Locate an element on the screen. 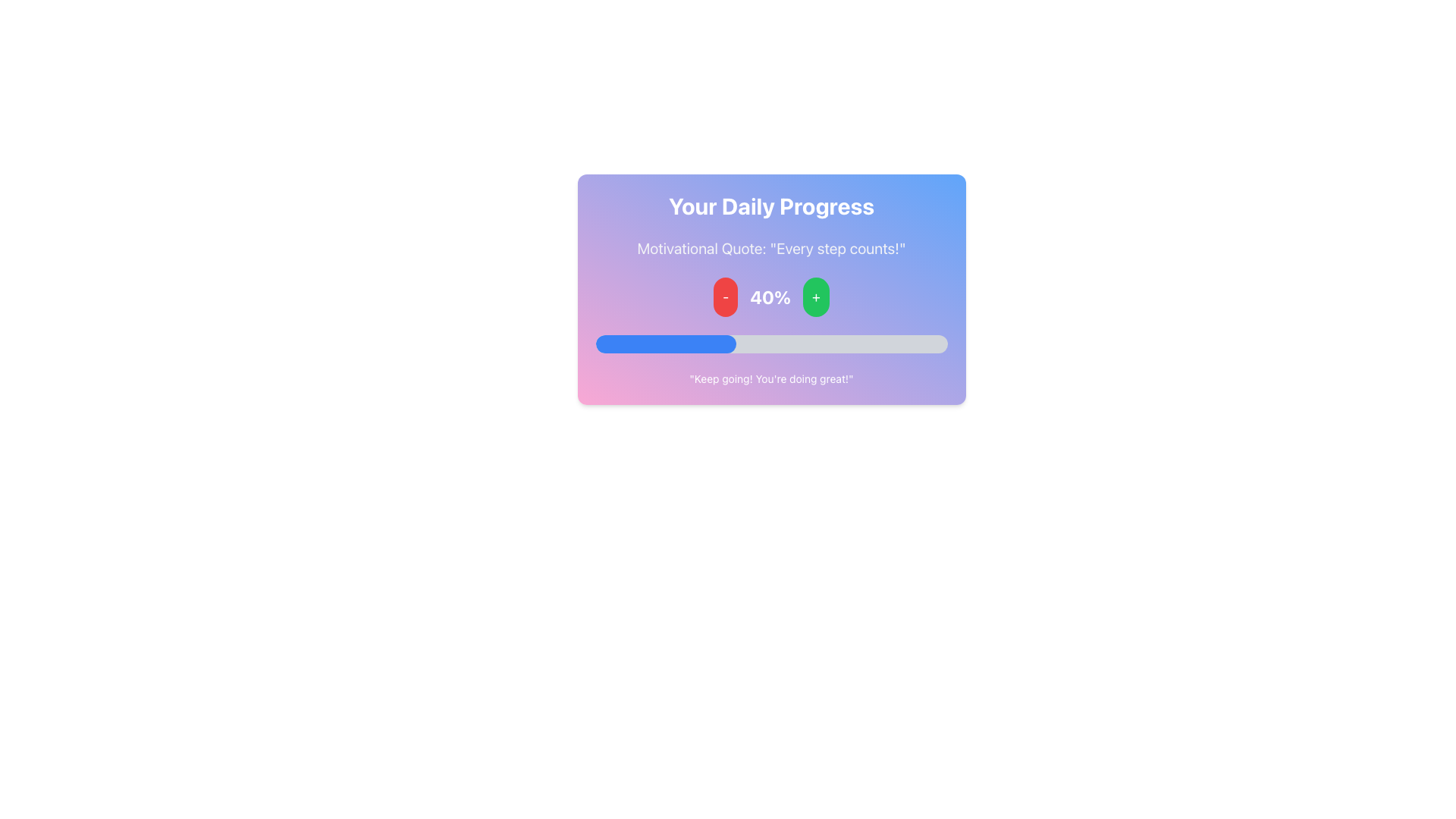 Image resolution: width=1456 pixels, height=819 pixels. the motivational quote text element that is located below the 'Your Daily Progress' heading and above the progress manipulation controls is located at coordinates (771, 247).